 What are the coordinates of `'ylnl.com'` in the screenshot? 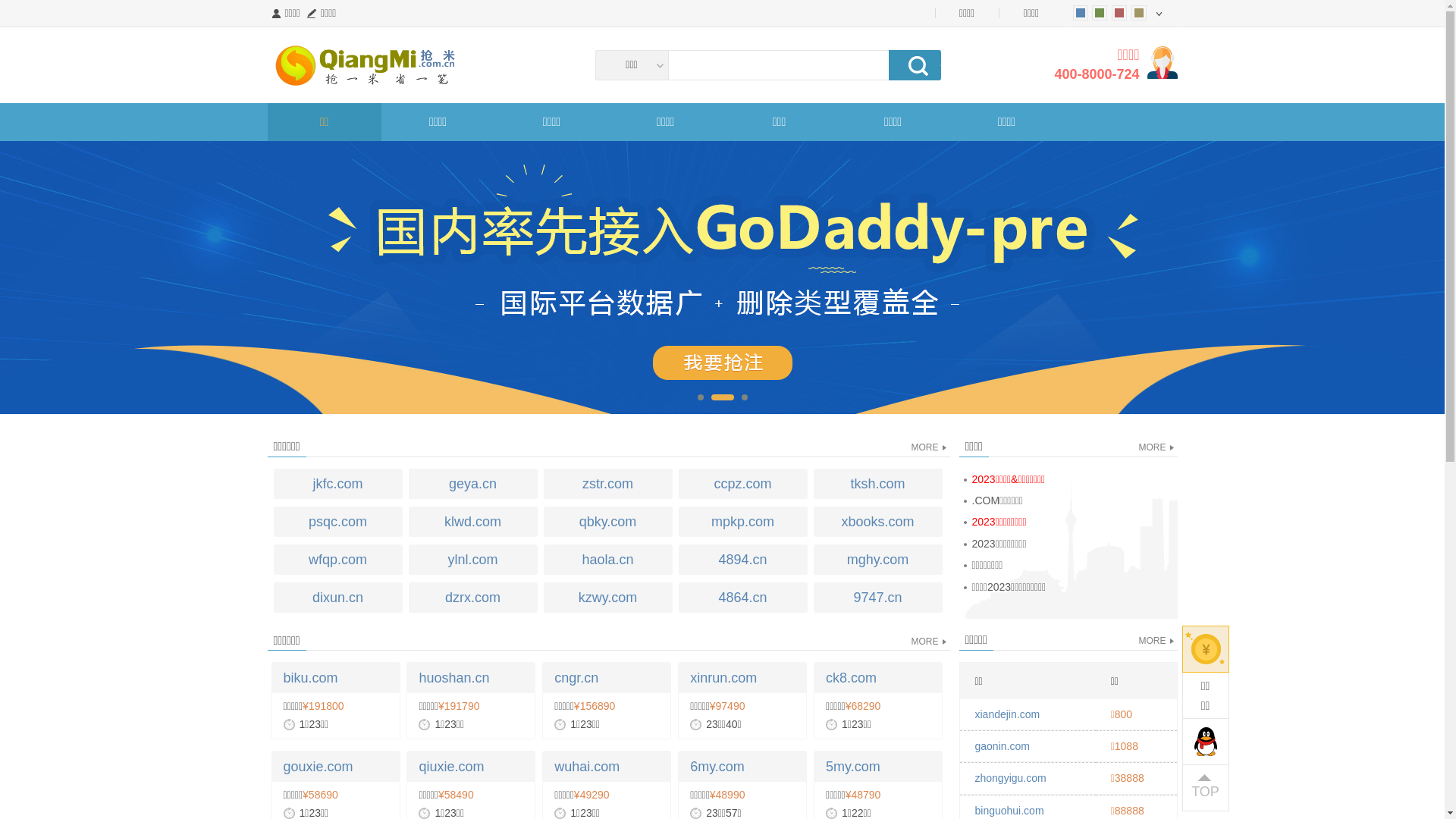 It's located at (407, 559).